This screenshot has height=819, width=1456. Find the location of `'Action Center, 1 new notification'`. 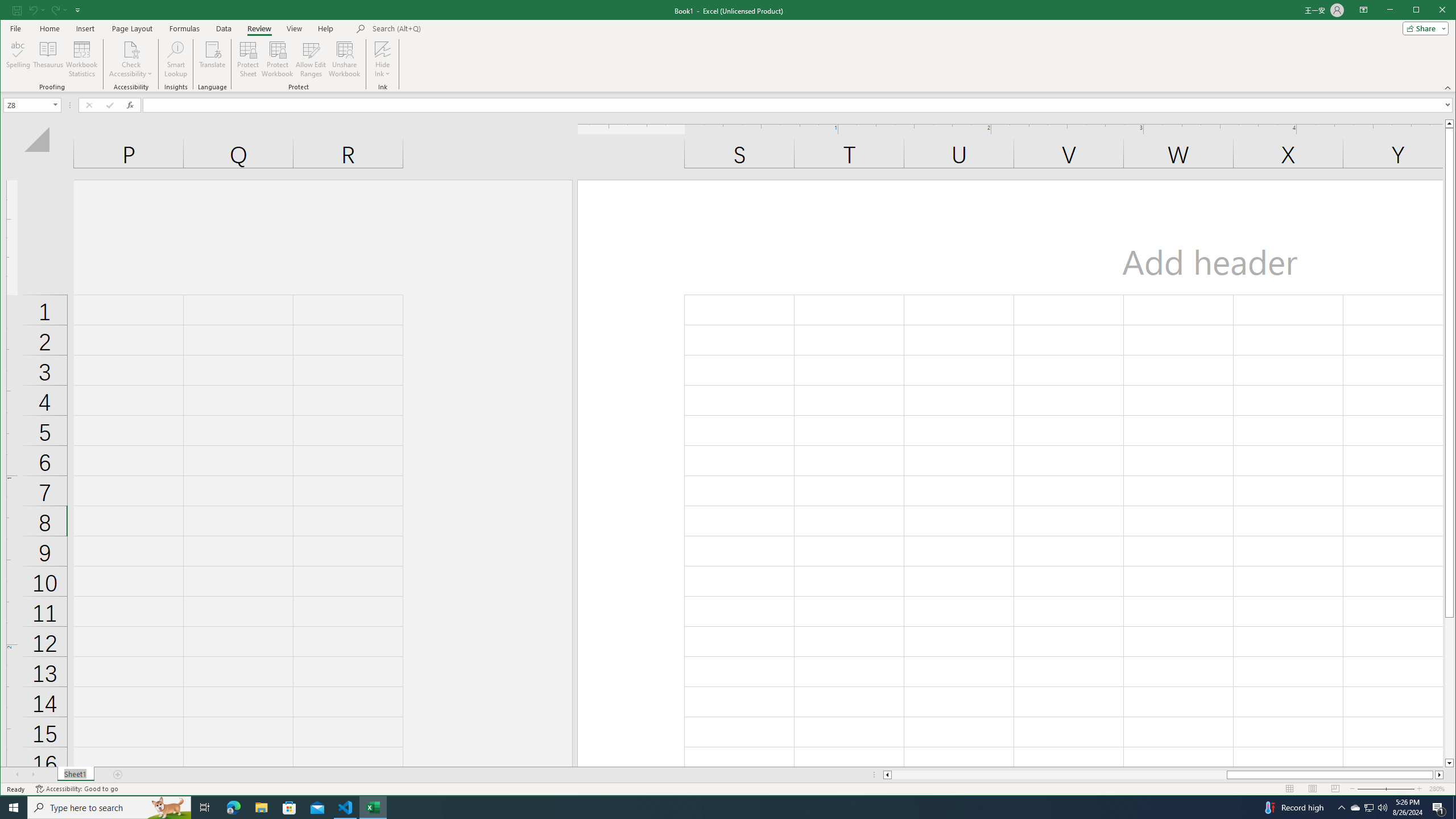

'Action Center, 1 new notification' is located at coordinates (1439, 806).